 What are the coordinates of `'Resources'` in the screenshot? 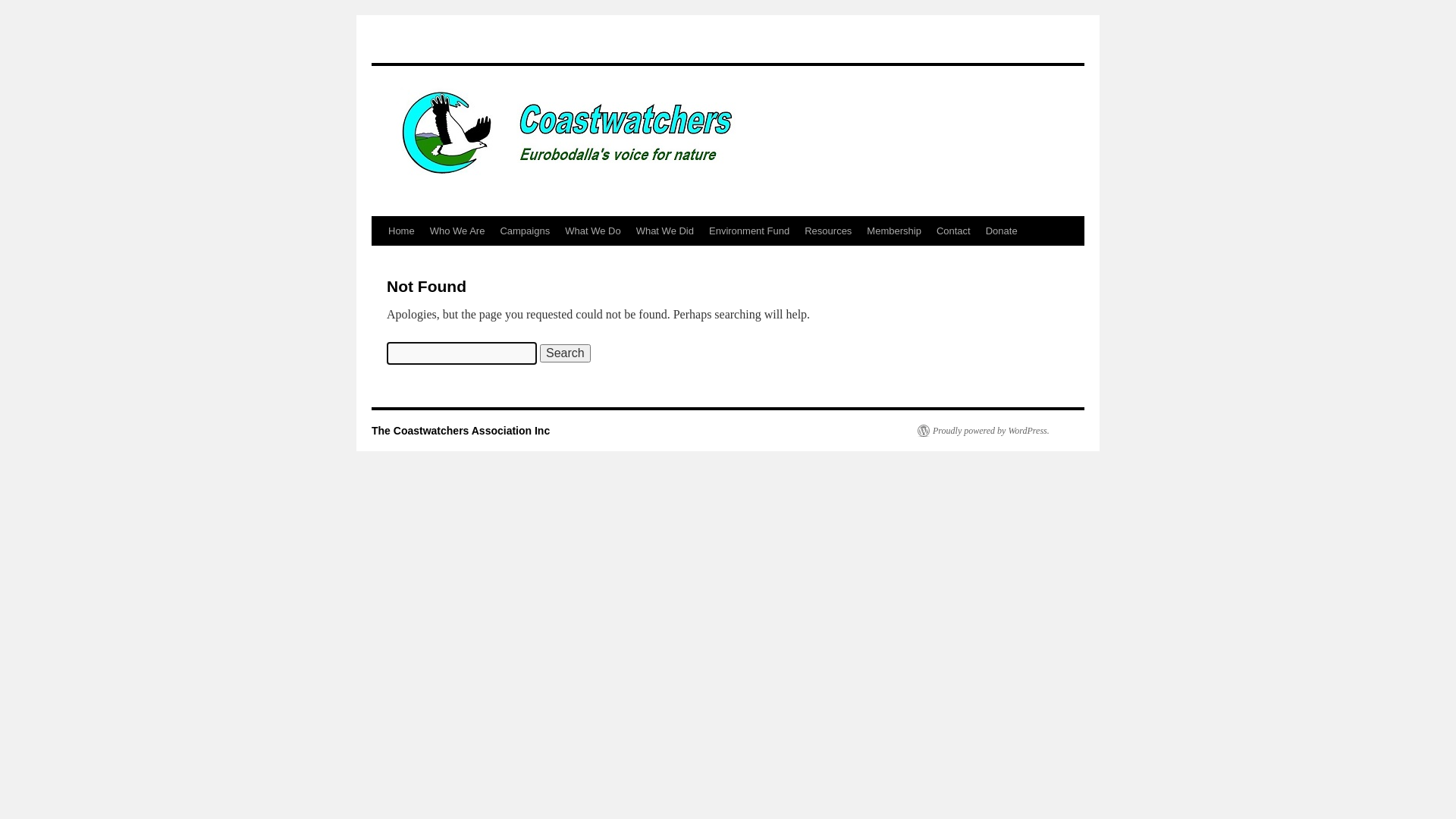 It's located at (827, 231).